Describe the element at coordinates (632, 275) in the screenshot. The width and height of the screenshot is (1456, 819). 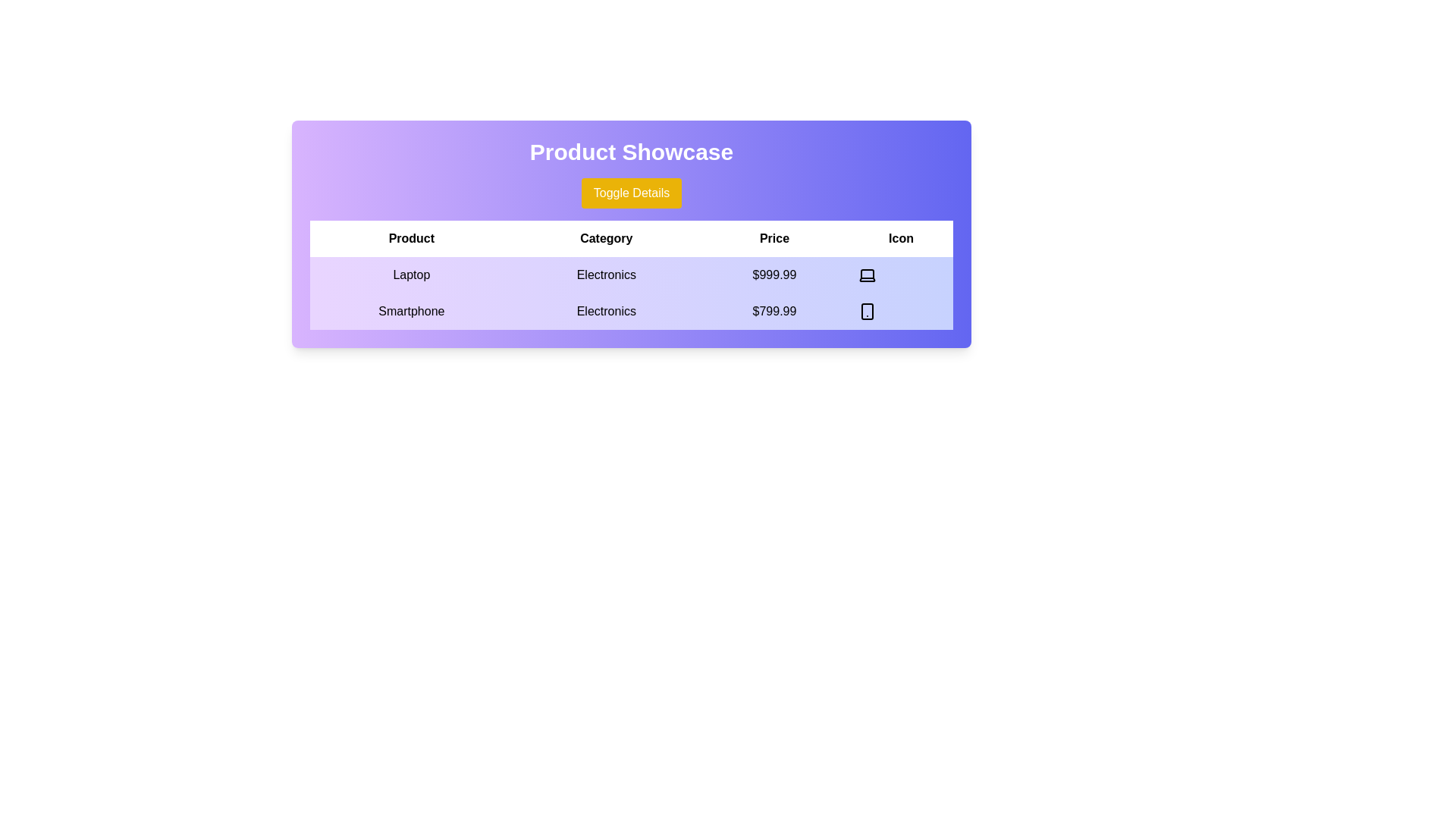
I see `the product details table located in the lower half of the card layout under the 'Product Showcase' heading` at that location.